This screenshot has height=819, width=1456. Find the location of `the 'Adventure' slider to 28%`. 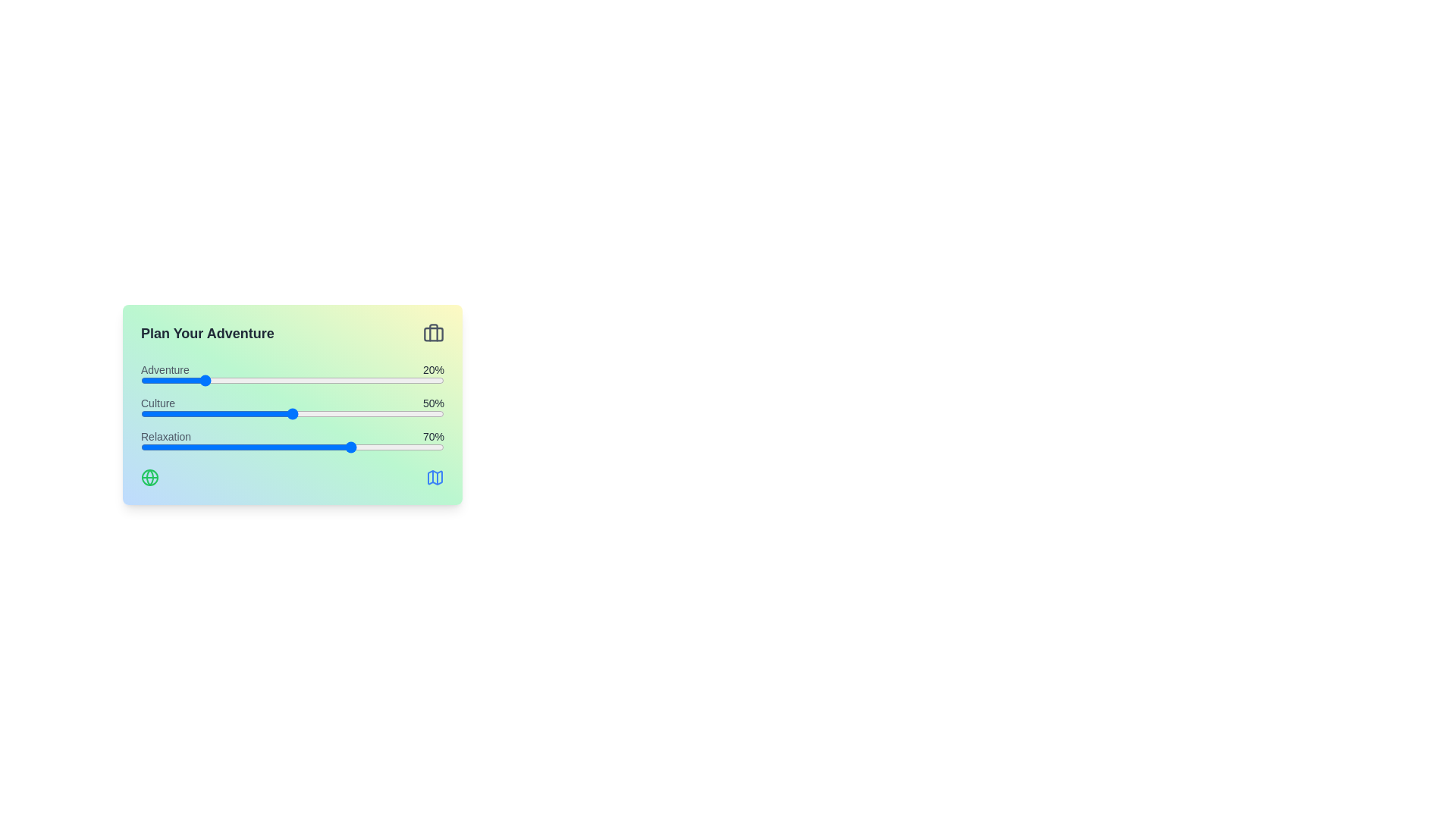

the 'Adventure' slider to 28% is located at coordinates (224, 379).